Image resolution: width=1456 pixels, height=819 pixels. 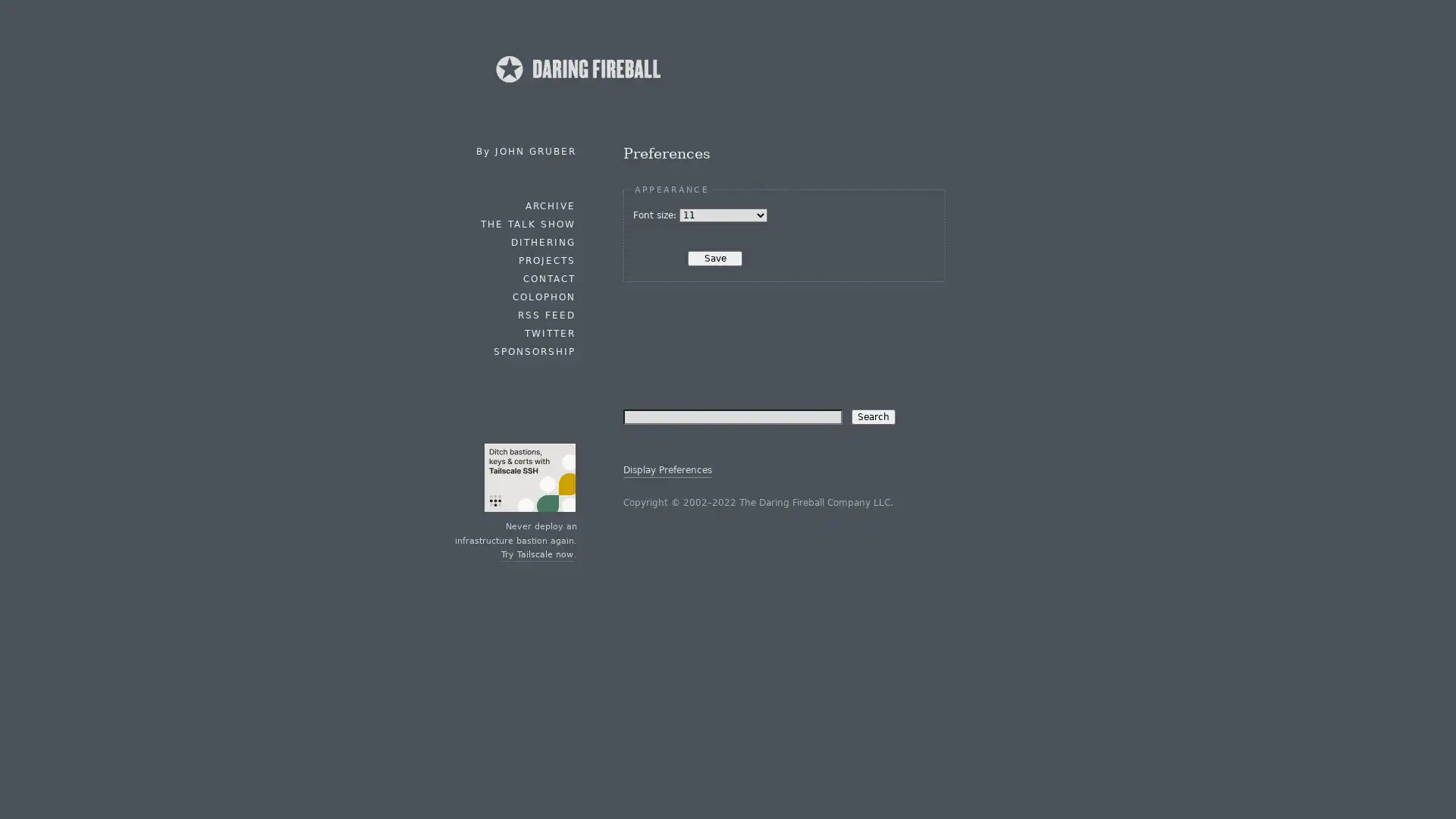 I want to click on Search, so click(x=873, y=416).